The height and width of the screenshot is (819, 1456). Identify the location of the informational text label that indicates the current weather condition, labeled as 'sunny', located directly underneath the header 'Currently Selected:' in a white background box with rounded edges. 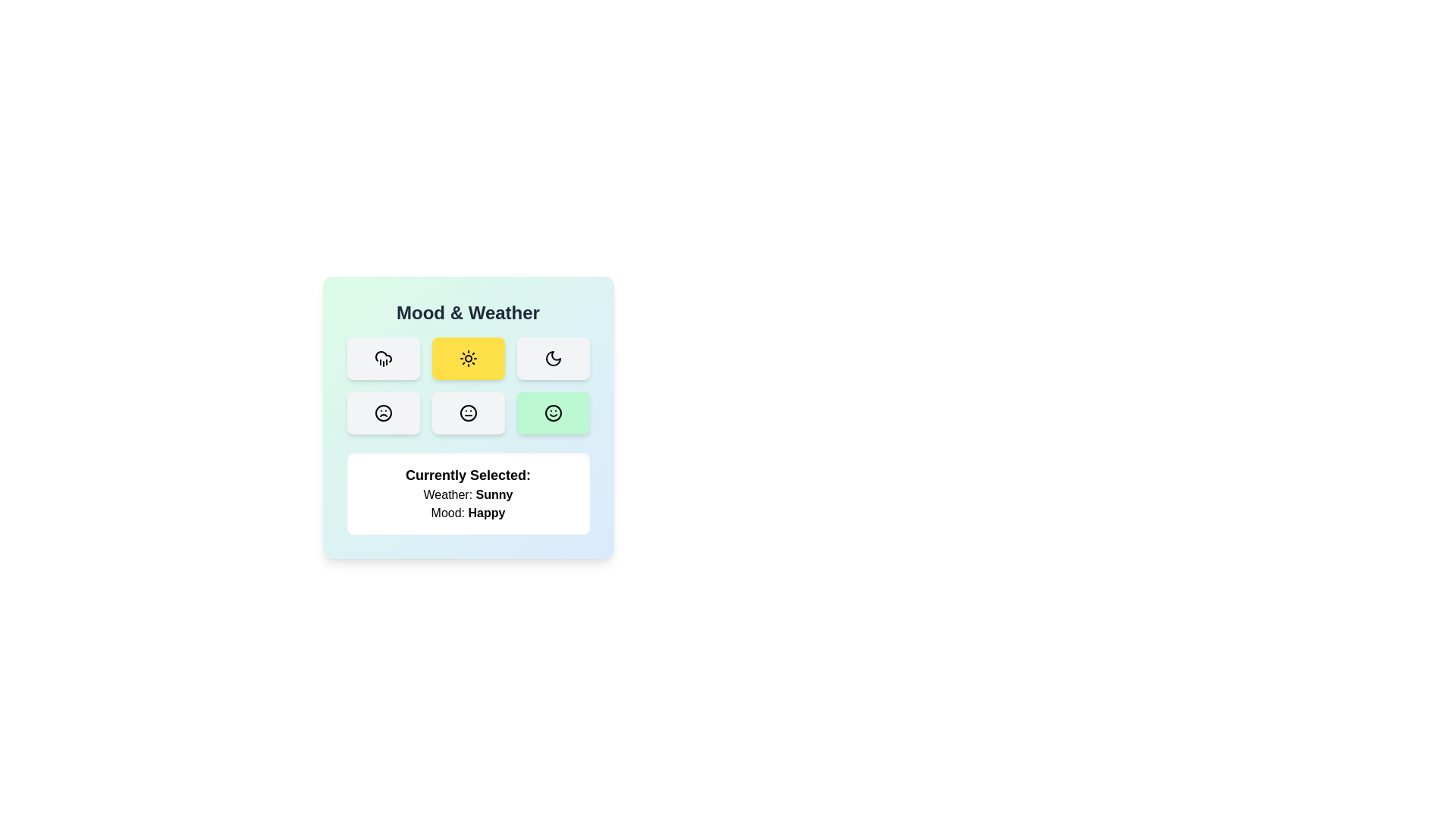
(467, 494).